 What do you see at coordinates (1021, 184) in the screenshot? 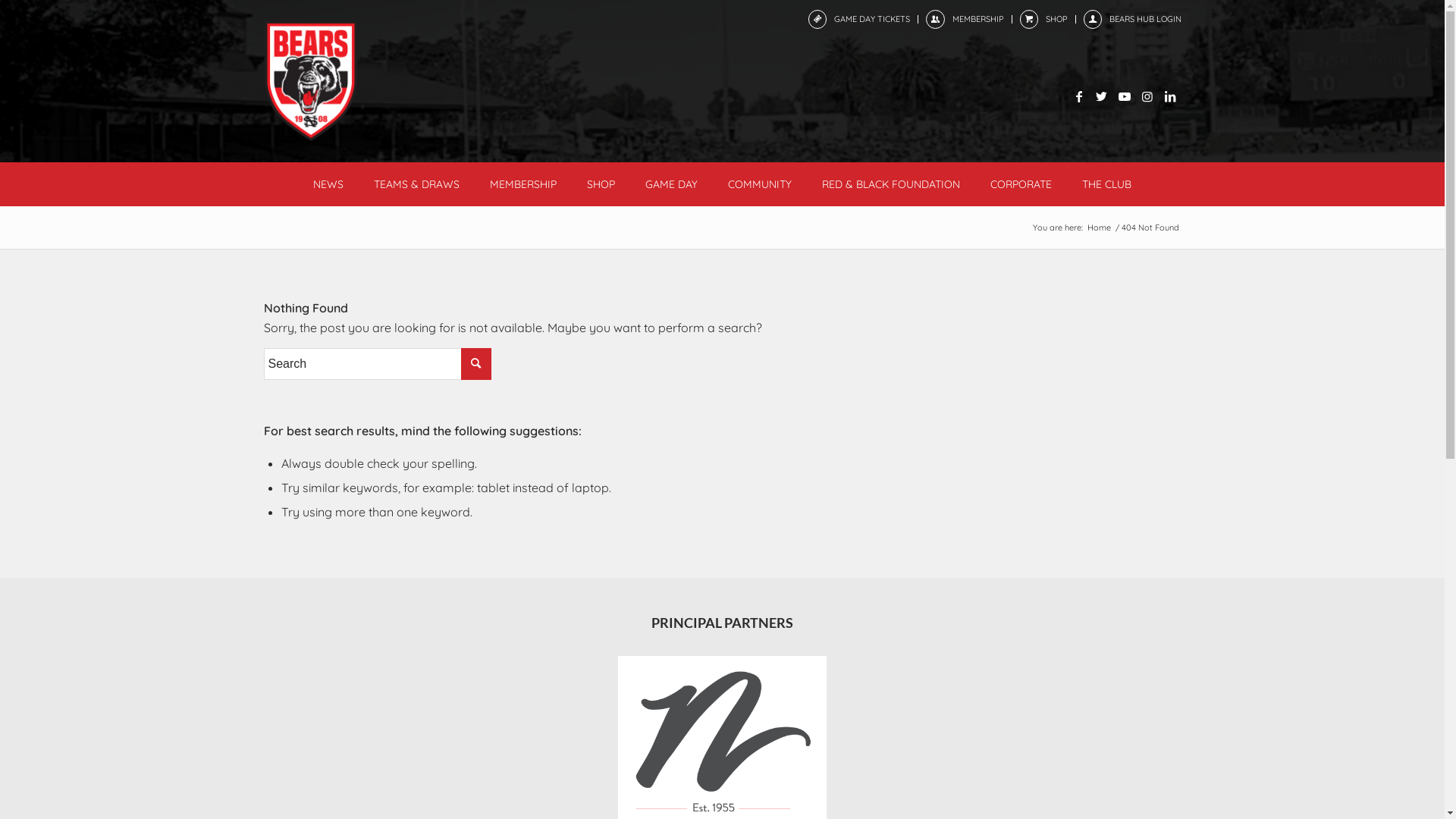
I see `'CORPORATE'` at bounding box center [1021, 184].